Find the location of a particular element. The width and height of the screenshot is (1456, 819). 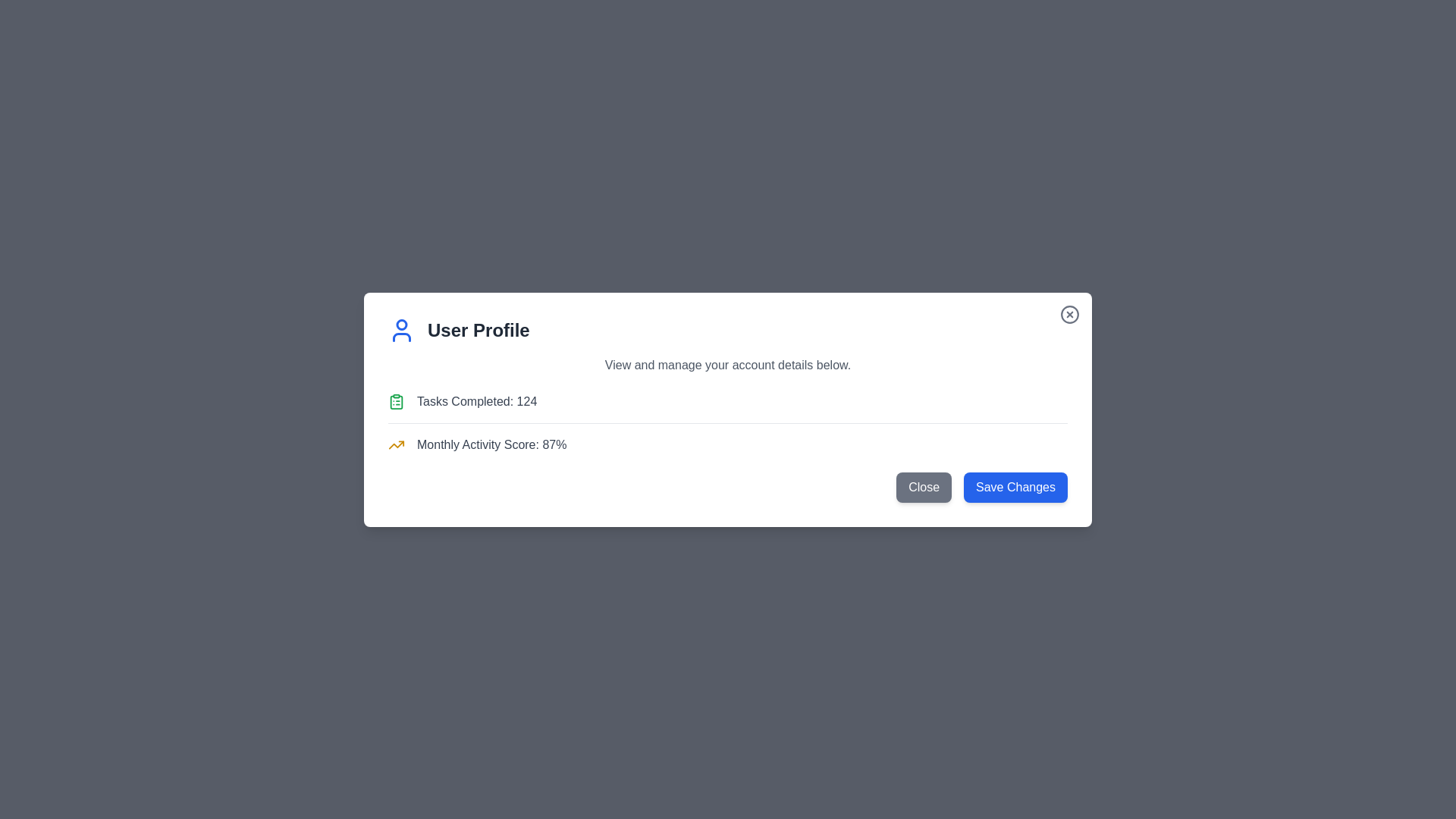

the upward-trending yellow arrow icon located left of the text 'Monthly Activity Score: 87%' in the user profile section is located at coordinates (397, 444).